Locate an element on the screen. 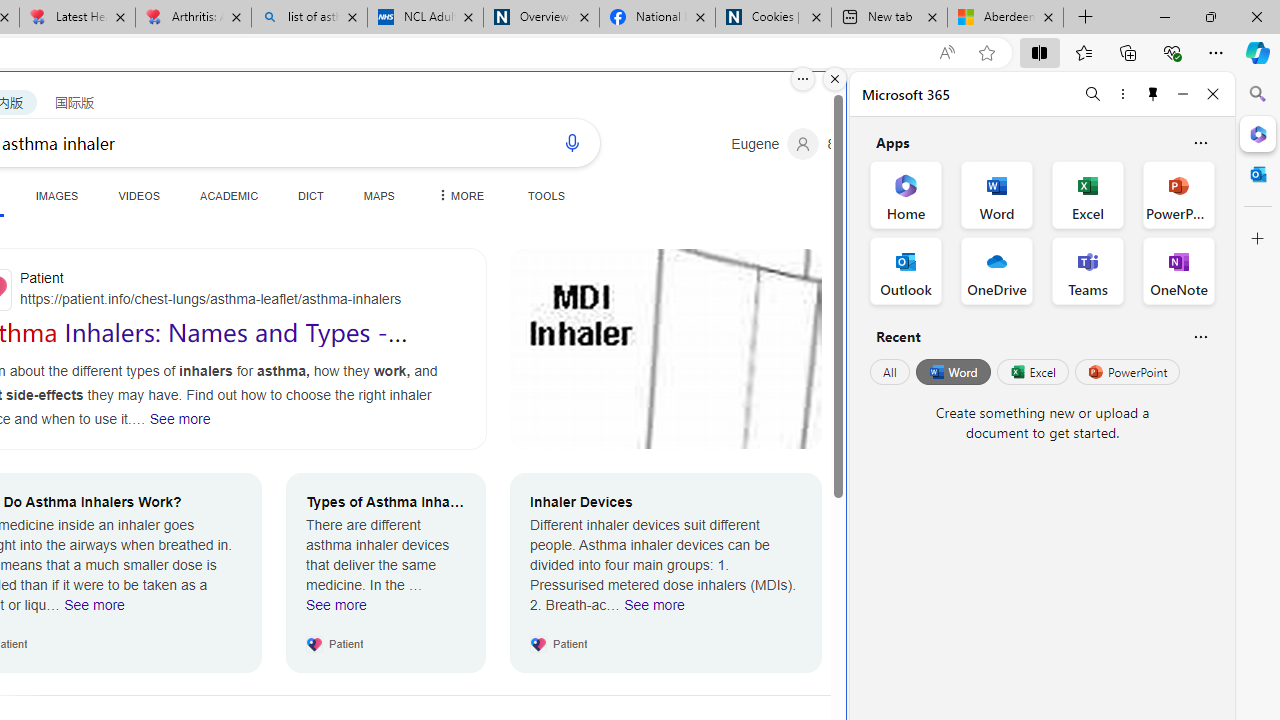 This screenshot has width=1280, height=720. 'Eugene' is located at coordinates (774, 143).